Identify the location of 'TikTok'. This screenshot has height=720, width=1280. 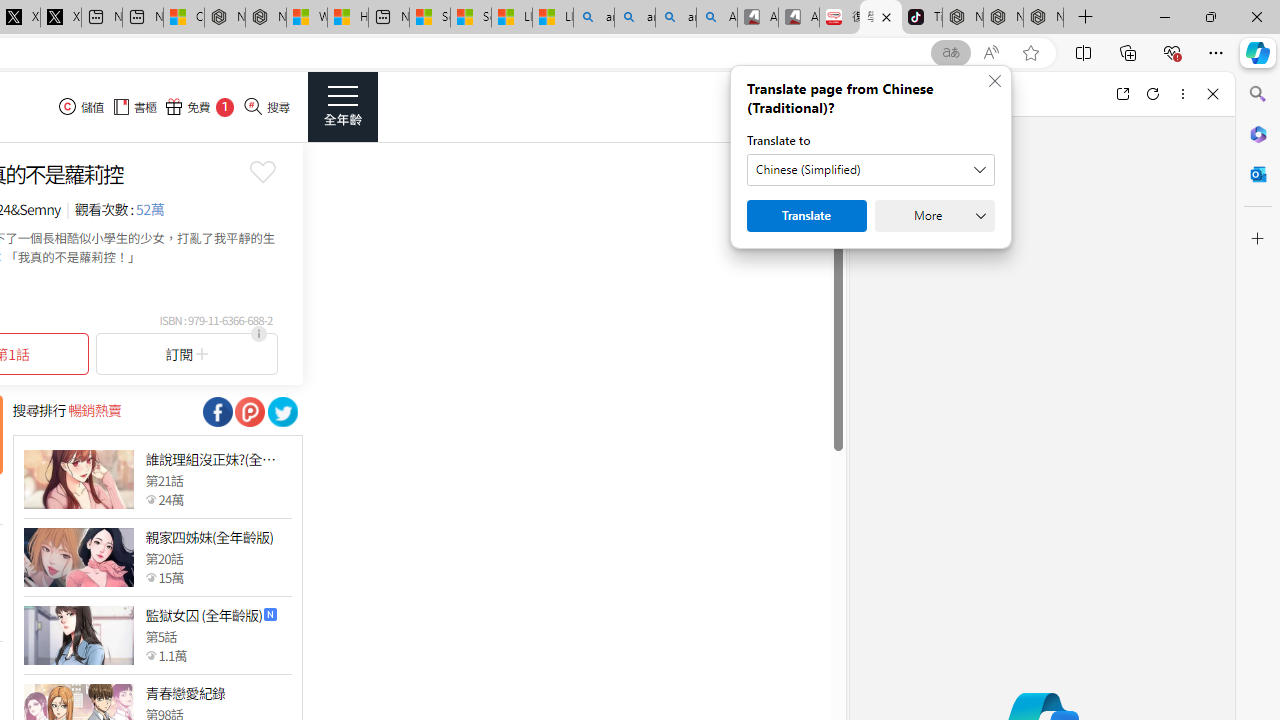
(921, 17).